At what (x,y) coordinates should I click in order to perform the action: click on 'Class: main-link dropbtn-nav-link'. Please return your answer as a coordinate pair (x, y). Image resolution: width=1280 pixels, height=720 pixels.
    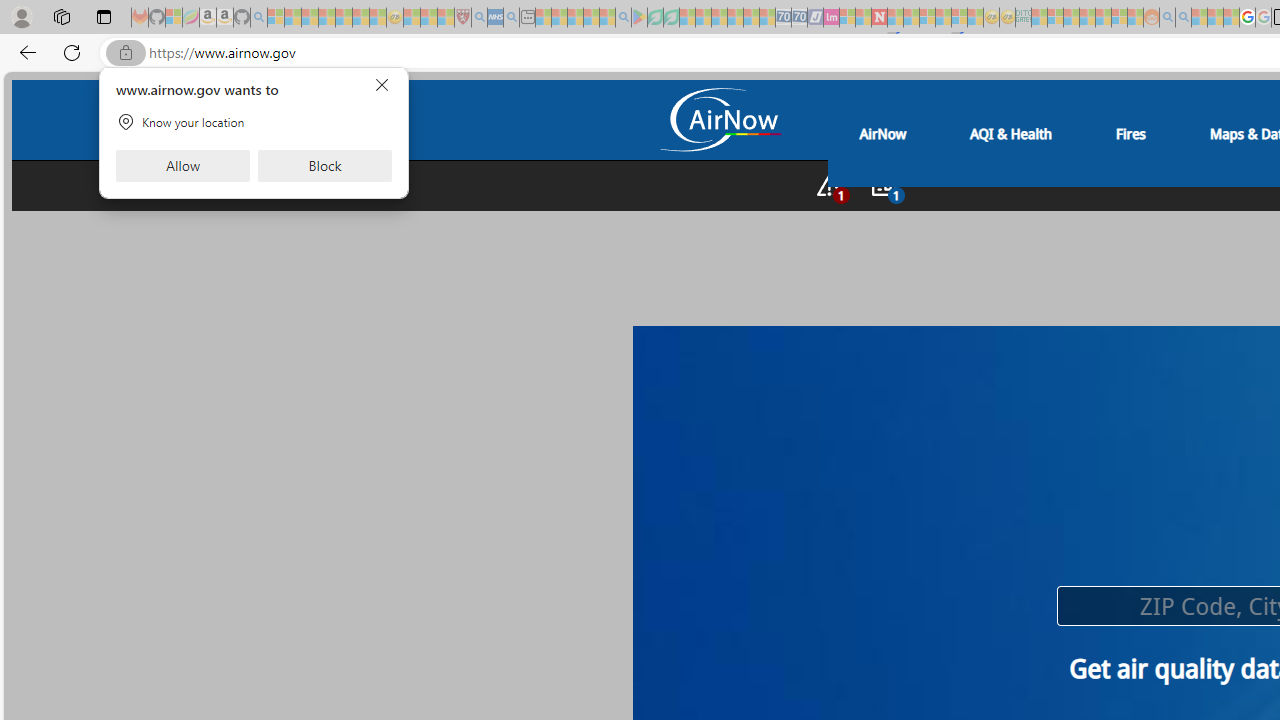
    Looking at the image, I should click on (1130, 133).